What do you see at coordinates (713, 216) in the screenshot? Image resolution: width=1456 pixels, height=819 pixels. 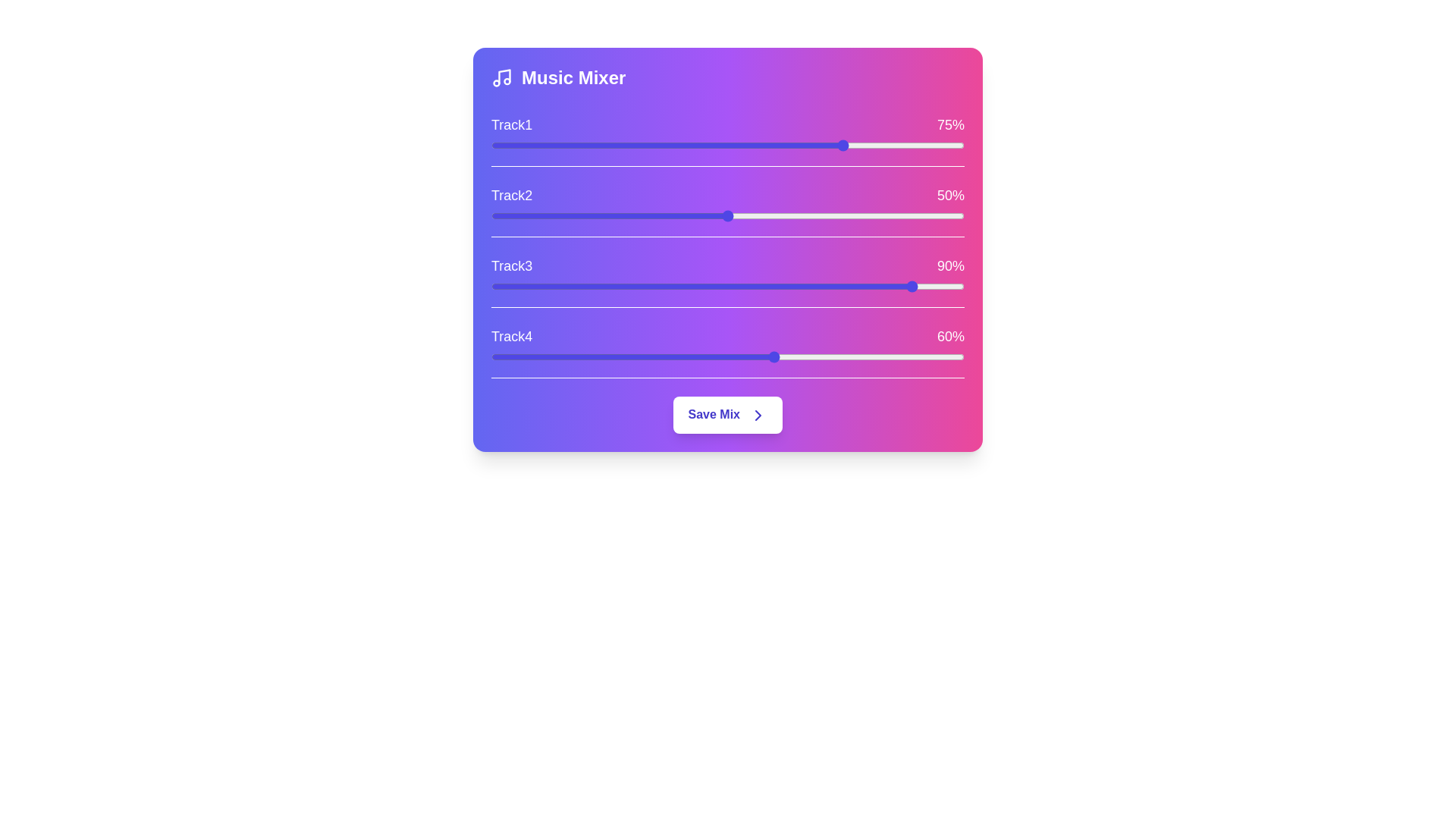 I see `the slider for Track2 to set its level to 47%` at bounding box center [713, 216].